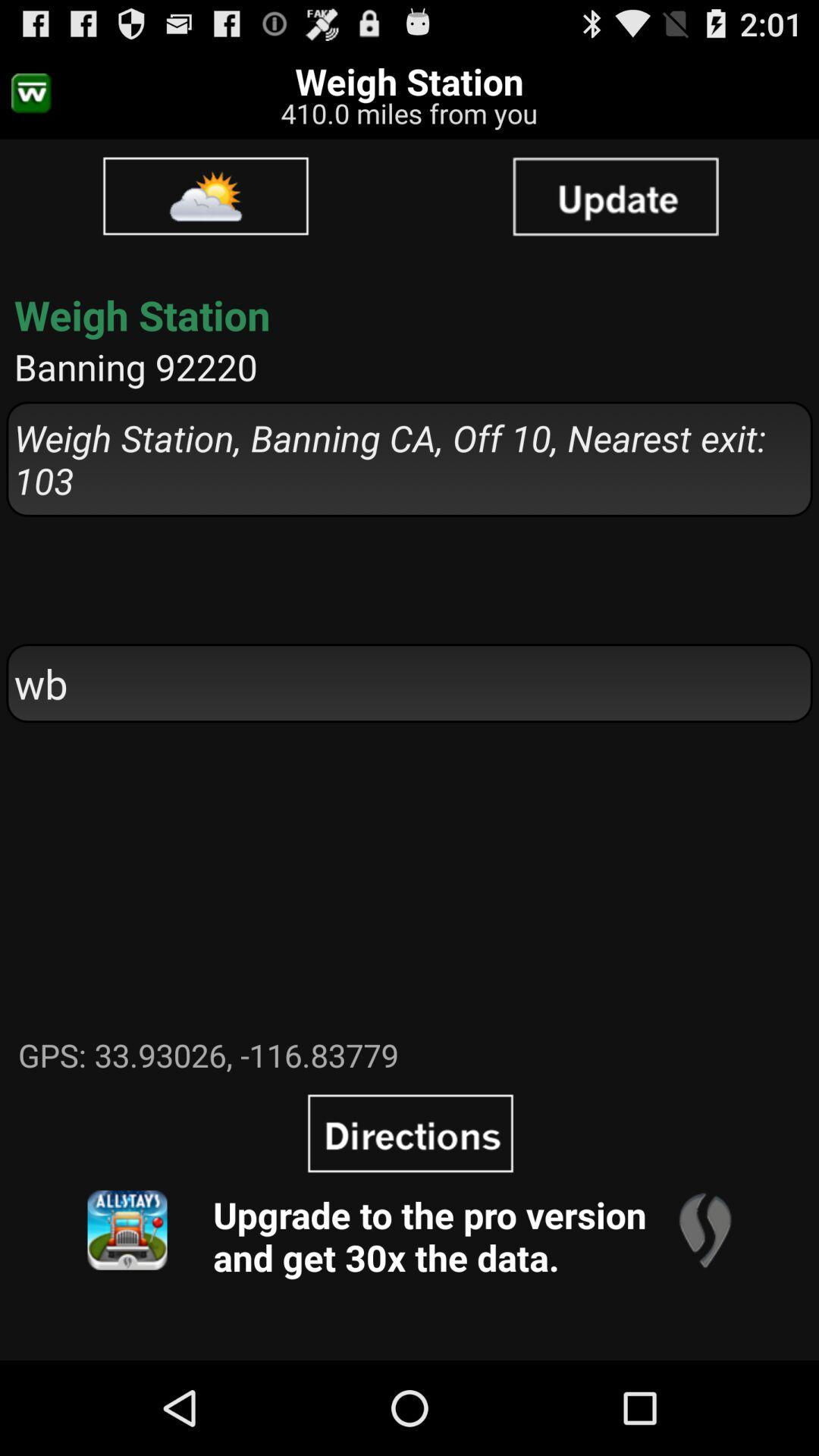 This screenshot has width=819, height=1456. What do you see at coordinates (704, 1230) in the screenshot?
I see `the item to the right of upgrade to the` at bounding box center [704, 1230].